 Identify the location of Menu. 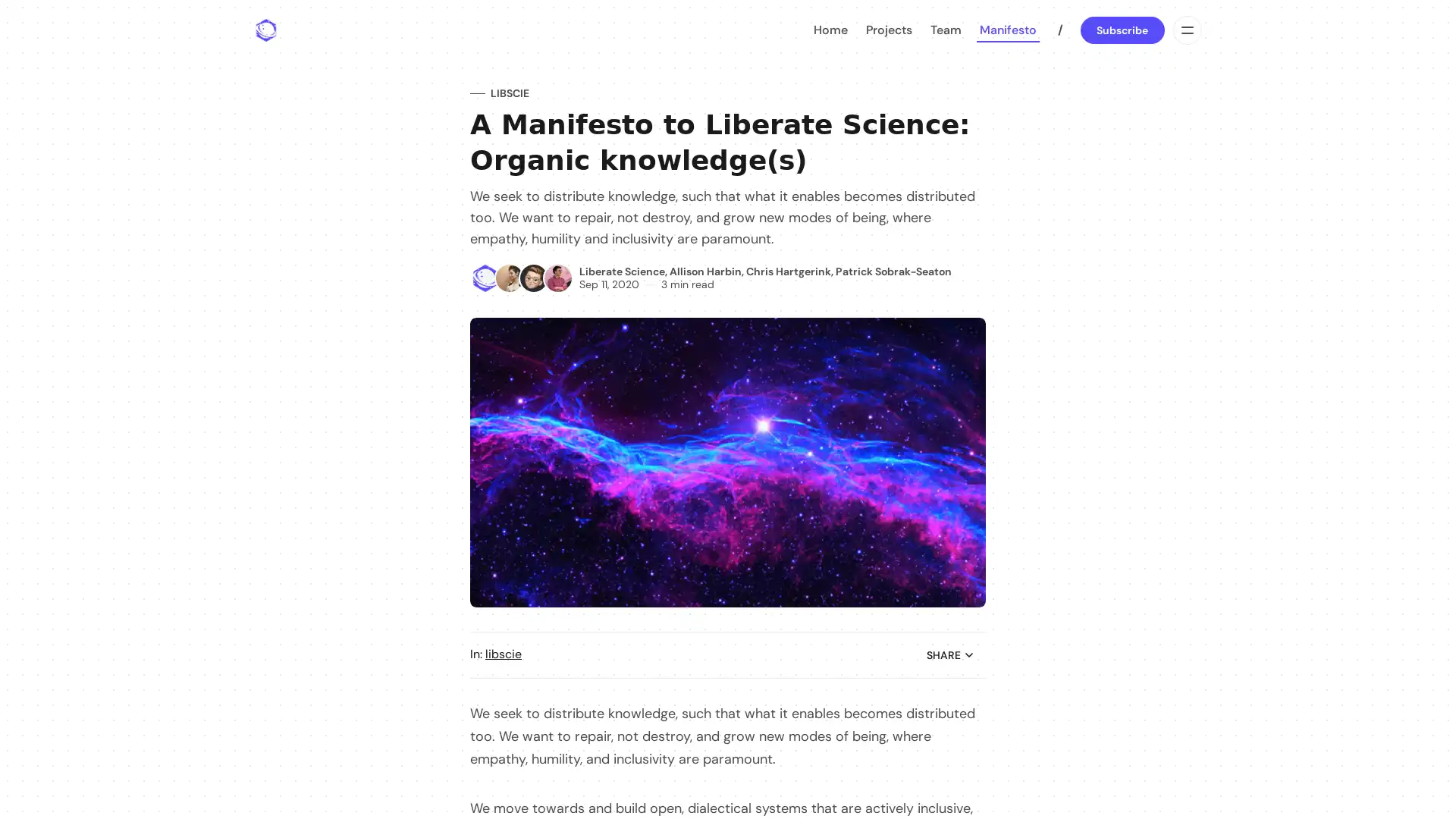
(1185, 30).